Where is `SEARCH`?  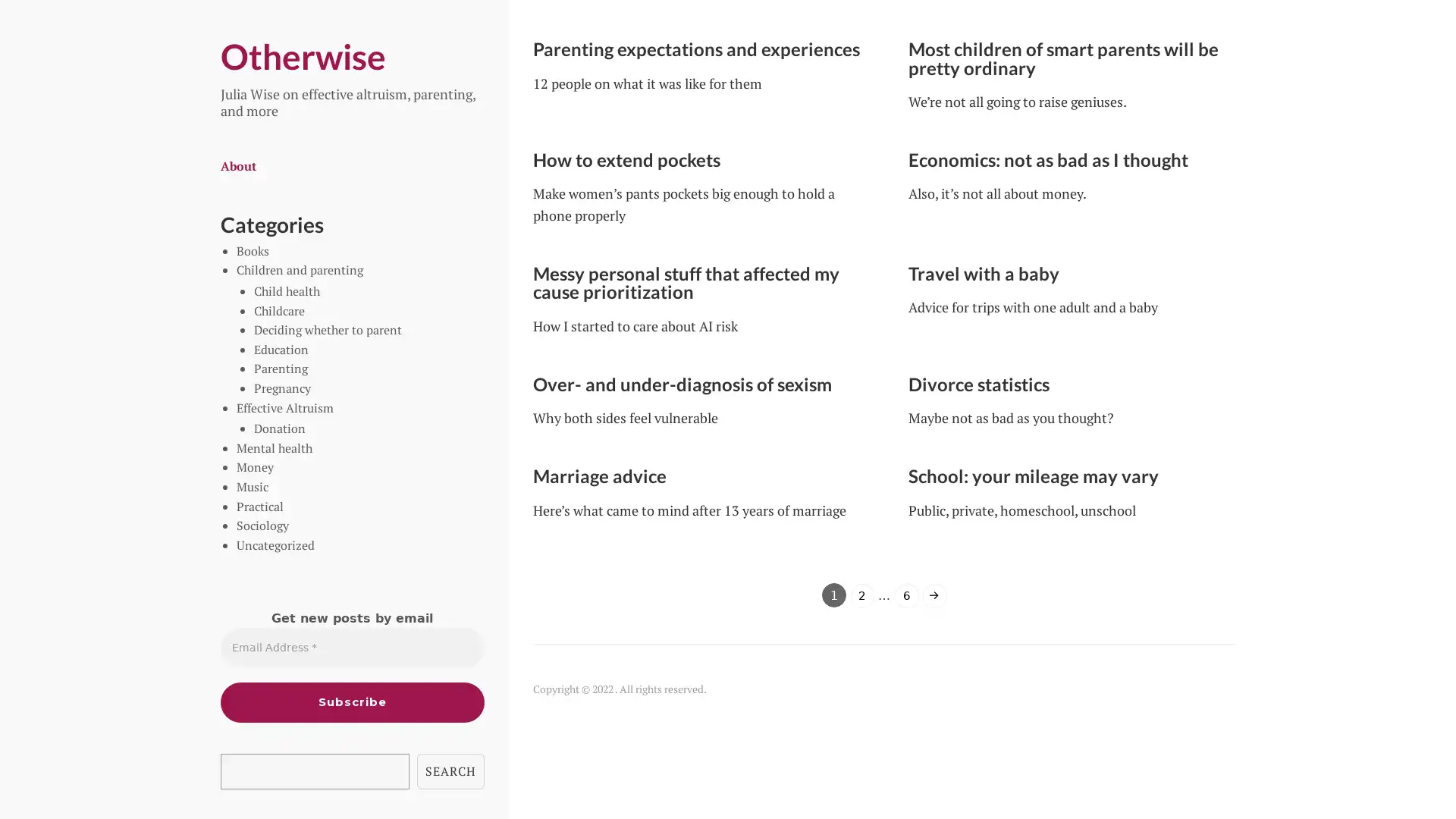
SEARCH is located at coordinates (450, 771).